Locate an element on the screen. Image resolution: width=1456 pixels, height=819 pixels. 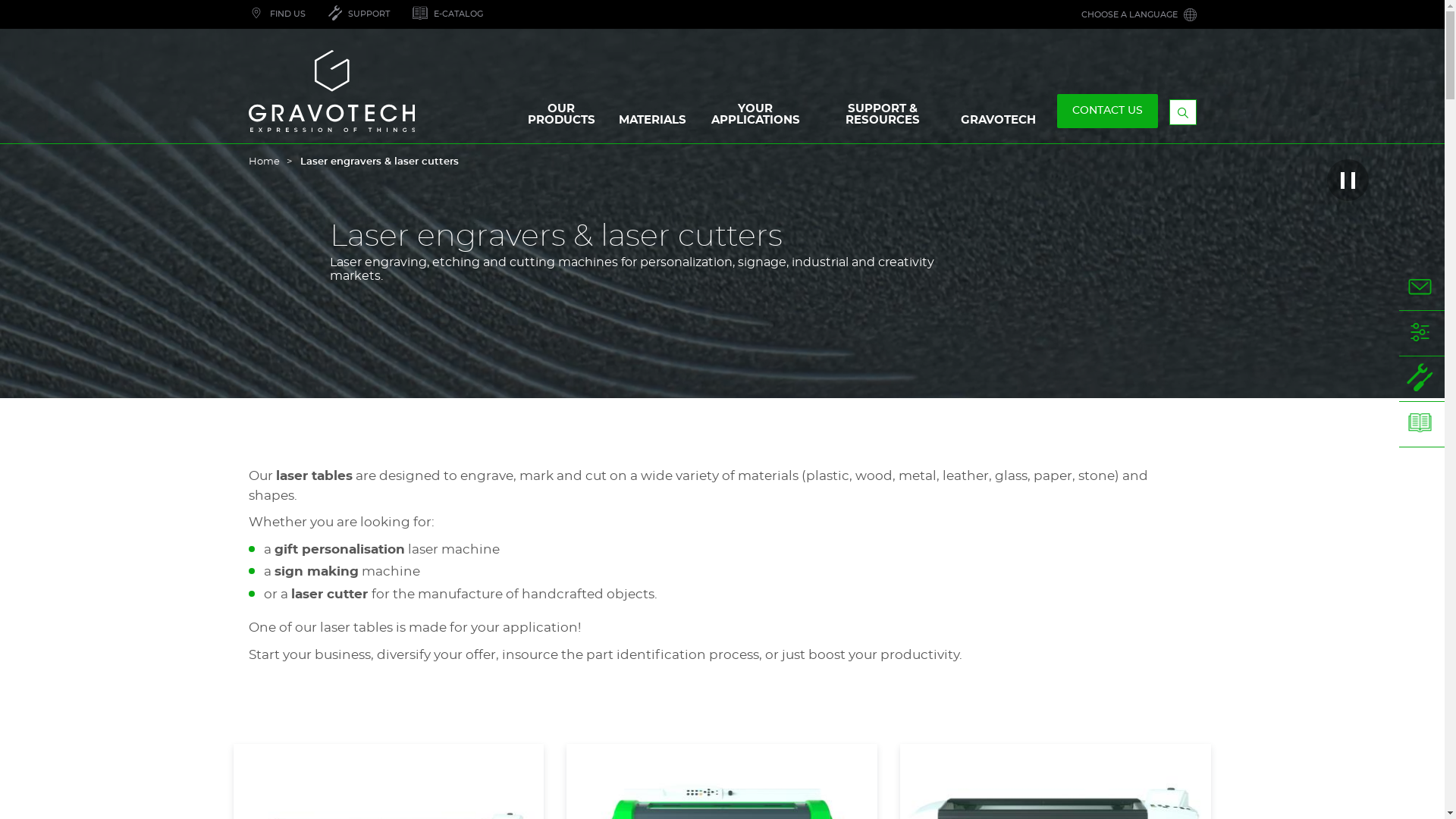
'OUR PRODUCTS' is located at coordinates (560, 117).